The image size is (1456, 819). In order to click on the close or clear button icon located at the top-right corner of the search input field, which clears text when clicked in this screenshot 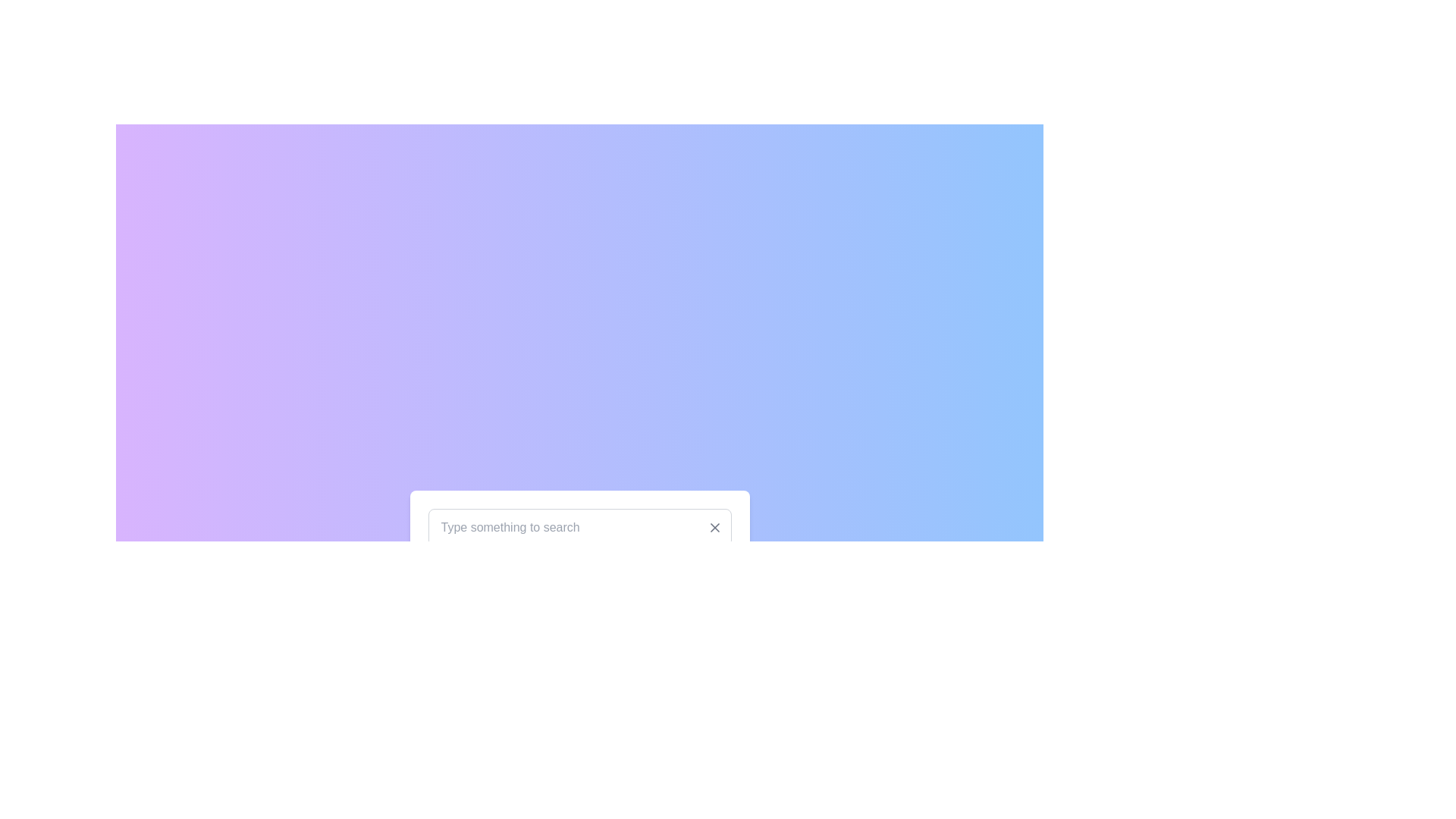, I will do `click(714, 526)`.